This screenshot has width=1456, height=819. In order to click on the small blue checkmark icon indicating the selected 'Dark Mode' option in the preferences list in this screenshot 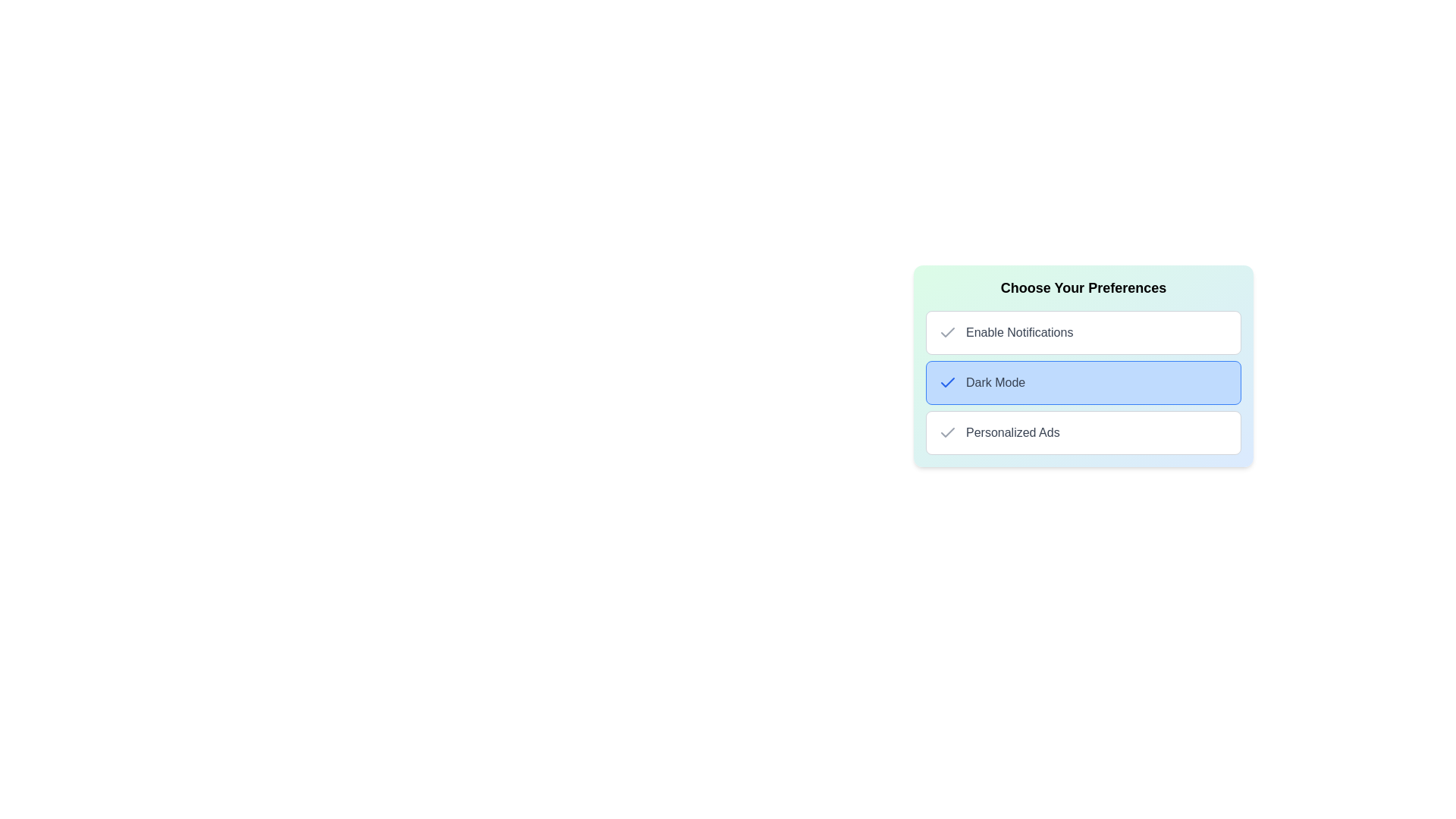, I will do `click(946, 381)`.